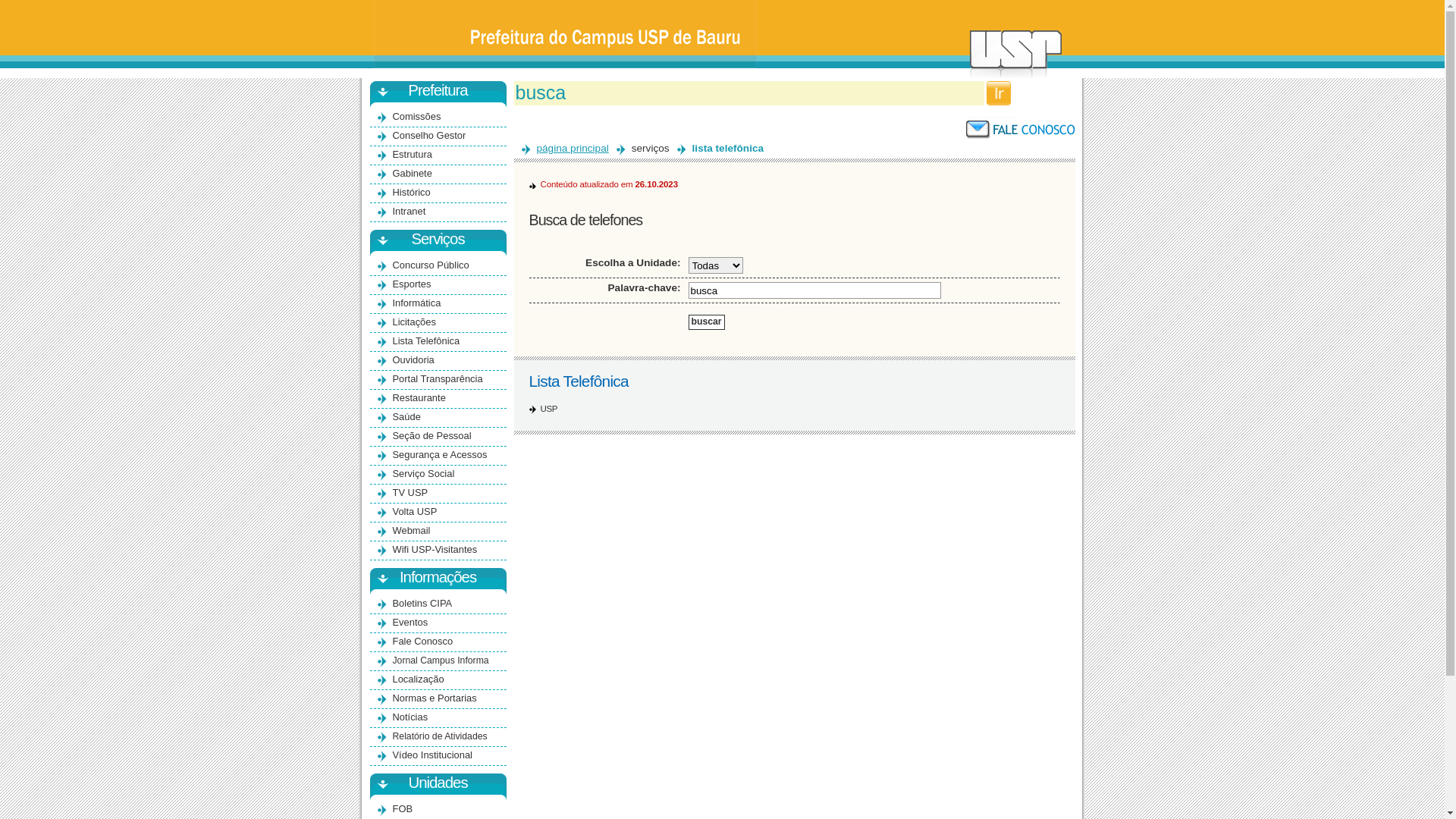 This screenshot has height=819, width=1456. What do you see at coordinates (412, 154) in the screenshot?
I see `'Estrutura'` at bounding box center [412, 154].